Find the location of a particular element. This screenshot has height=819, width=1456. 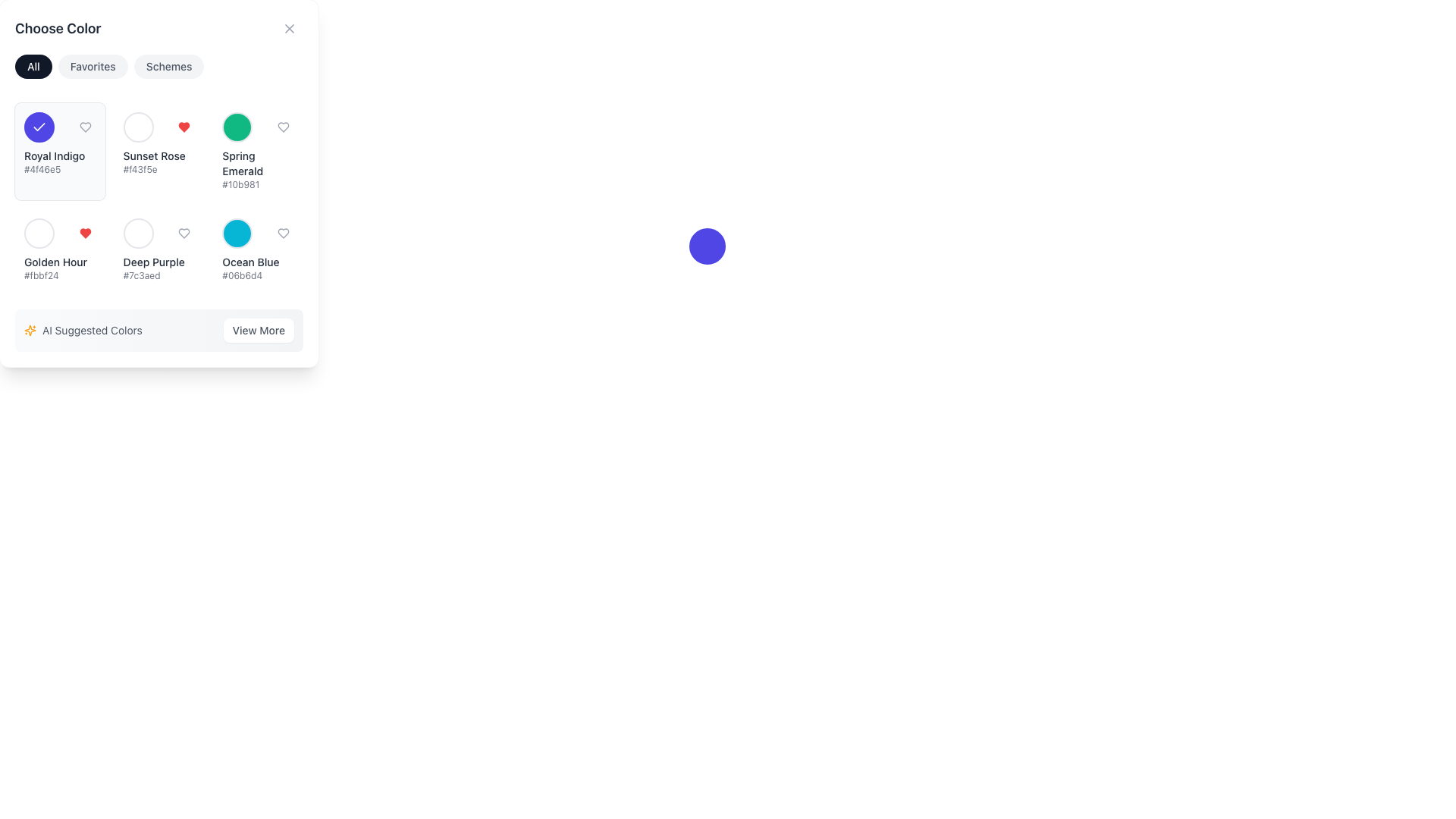

the circular button with a purple background and no text is located at coordinates (706, 245).